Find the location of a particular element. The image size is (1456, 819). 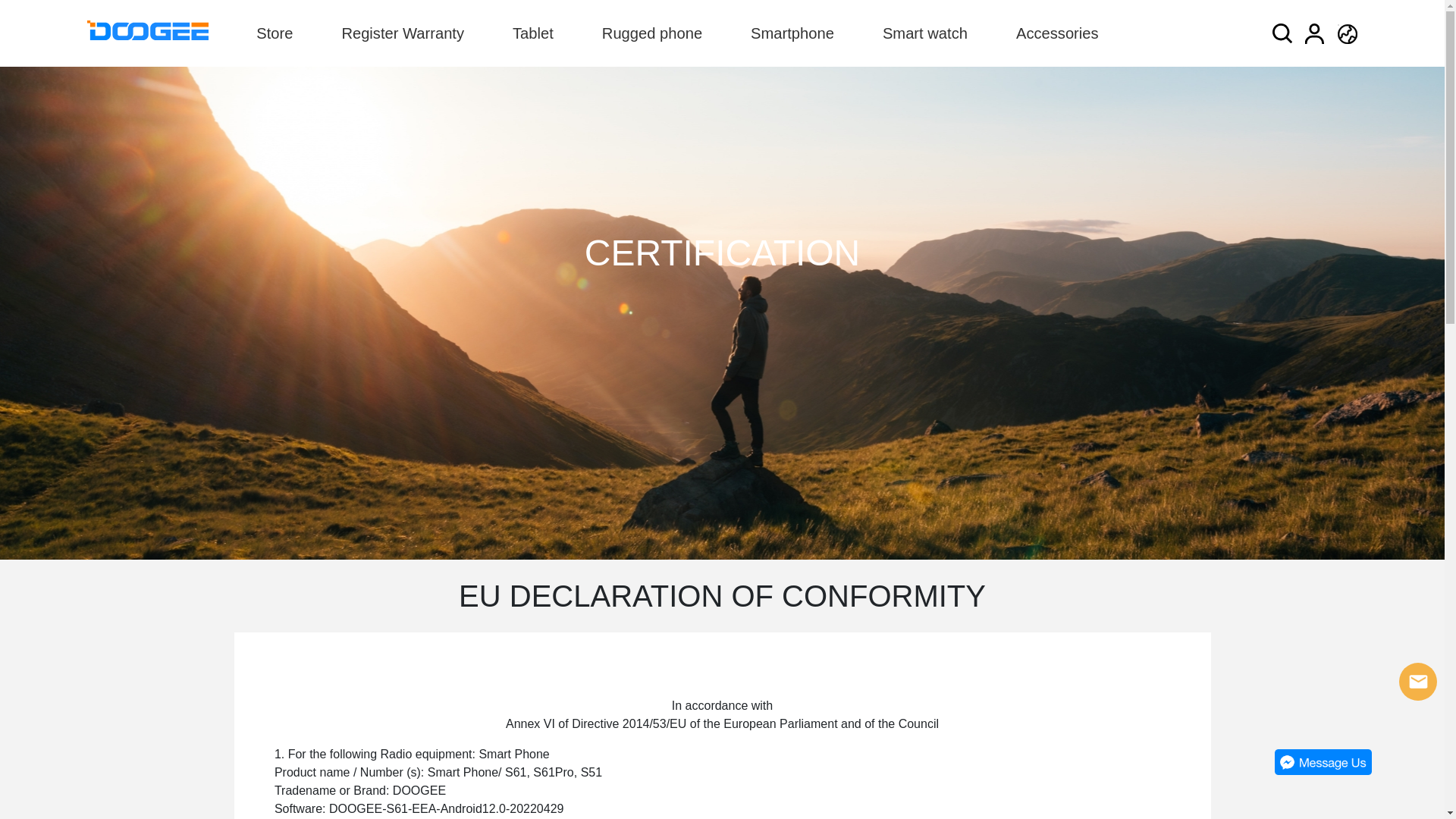

'Smart watch' is located at coordinates (924, 33).